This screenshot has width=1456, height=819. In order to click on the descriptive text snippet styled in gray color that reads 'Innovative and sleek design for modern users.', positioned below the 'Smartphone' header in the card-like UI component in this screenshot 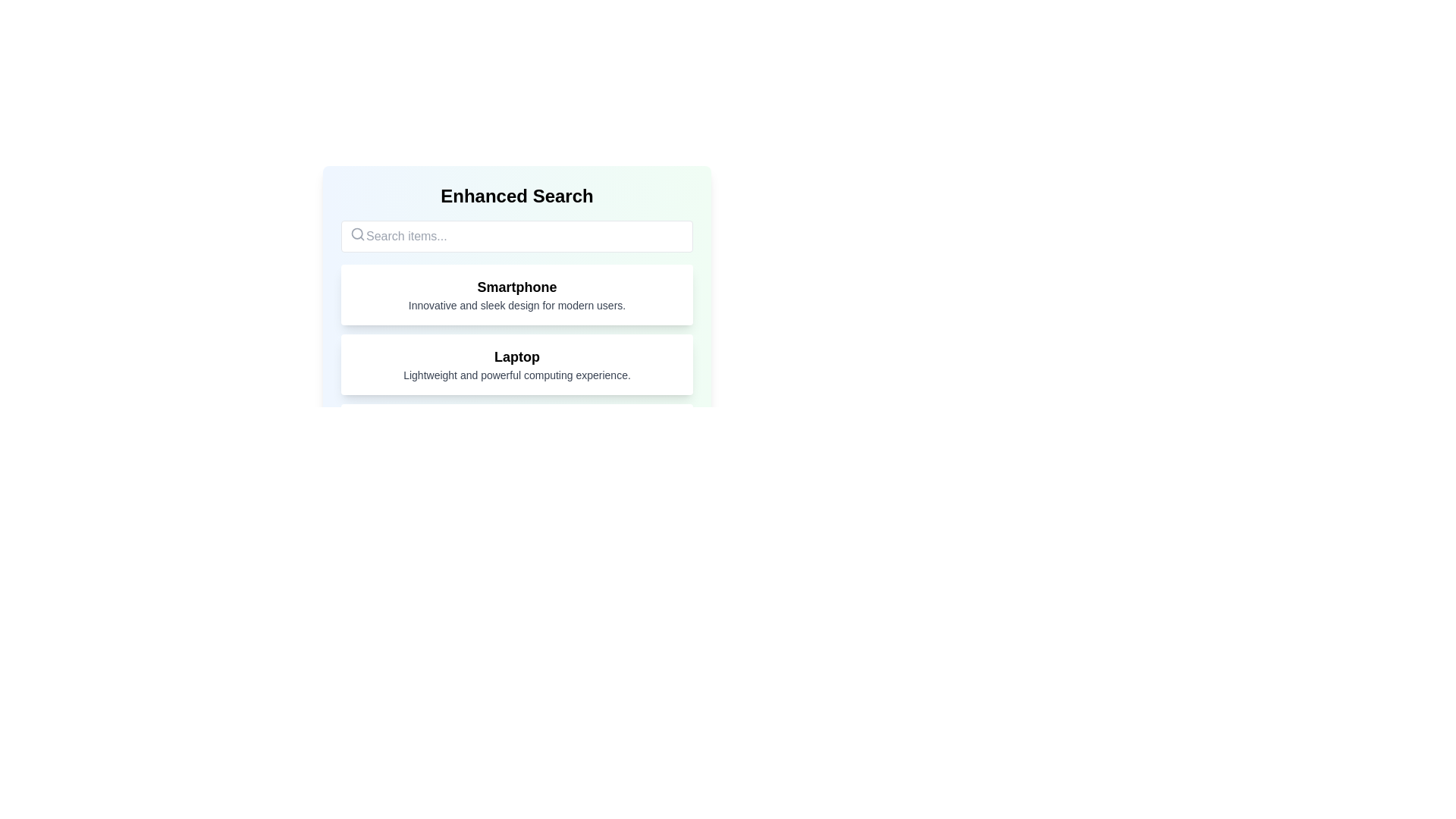, I will do `click(516, 305)`.